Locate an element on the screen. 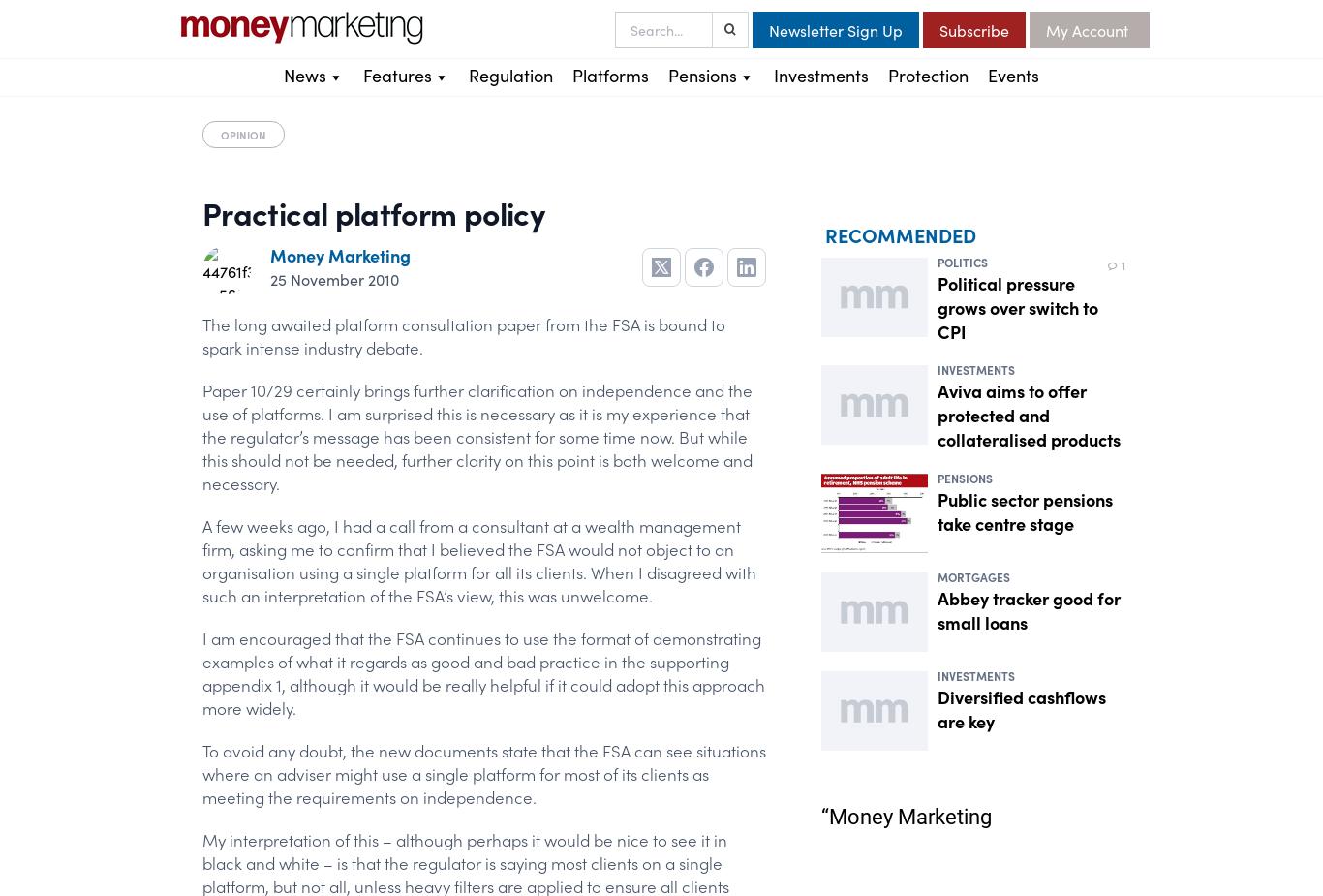 This screenshot has width=1323, height=896. 'Political pressure grows over switch to CPI' is located at coordinates (1017, 305).